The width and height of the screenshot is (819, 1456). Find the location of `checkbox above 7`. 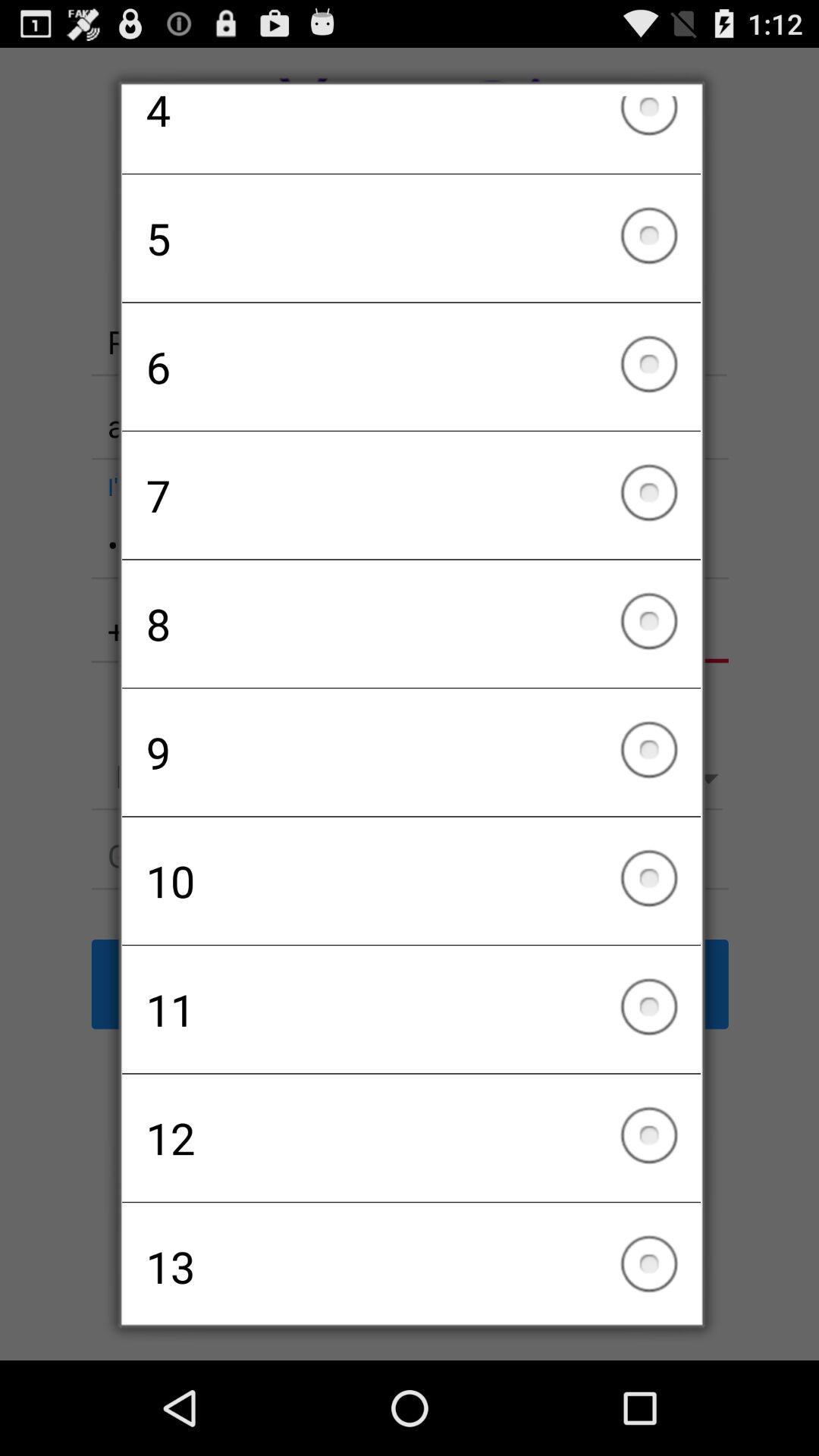

checkbox above 7 is located at coordinates (411, 366).